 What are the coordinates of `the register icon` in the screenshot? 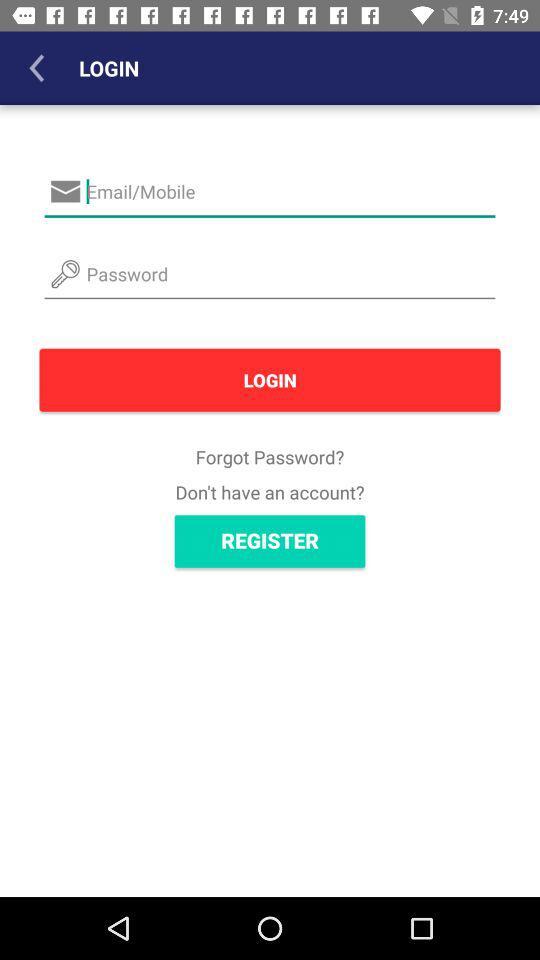 It's located at (270, 541).